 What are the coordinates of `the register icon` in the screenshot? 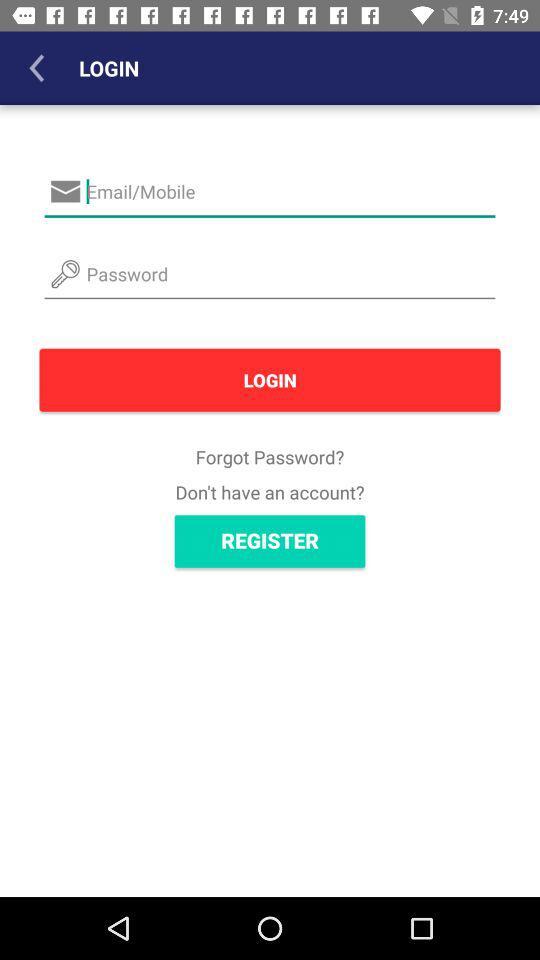 It's located at (270, 541).